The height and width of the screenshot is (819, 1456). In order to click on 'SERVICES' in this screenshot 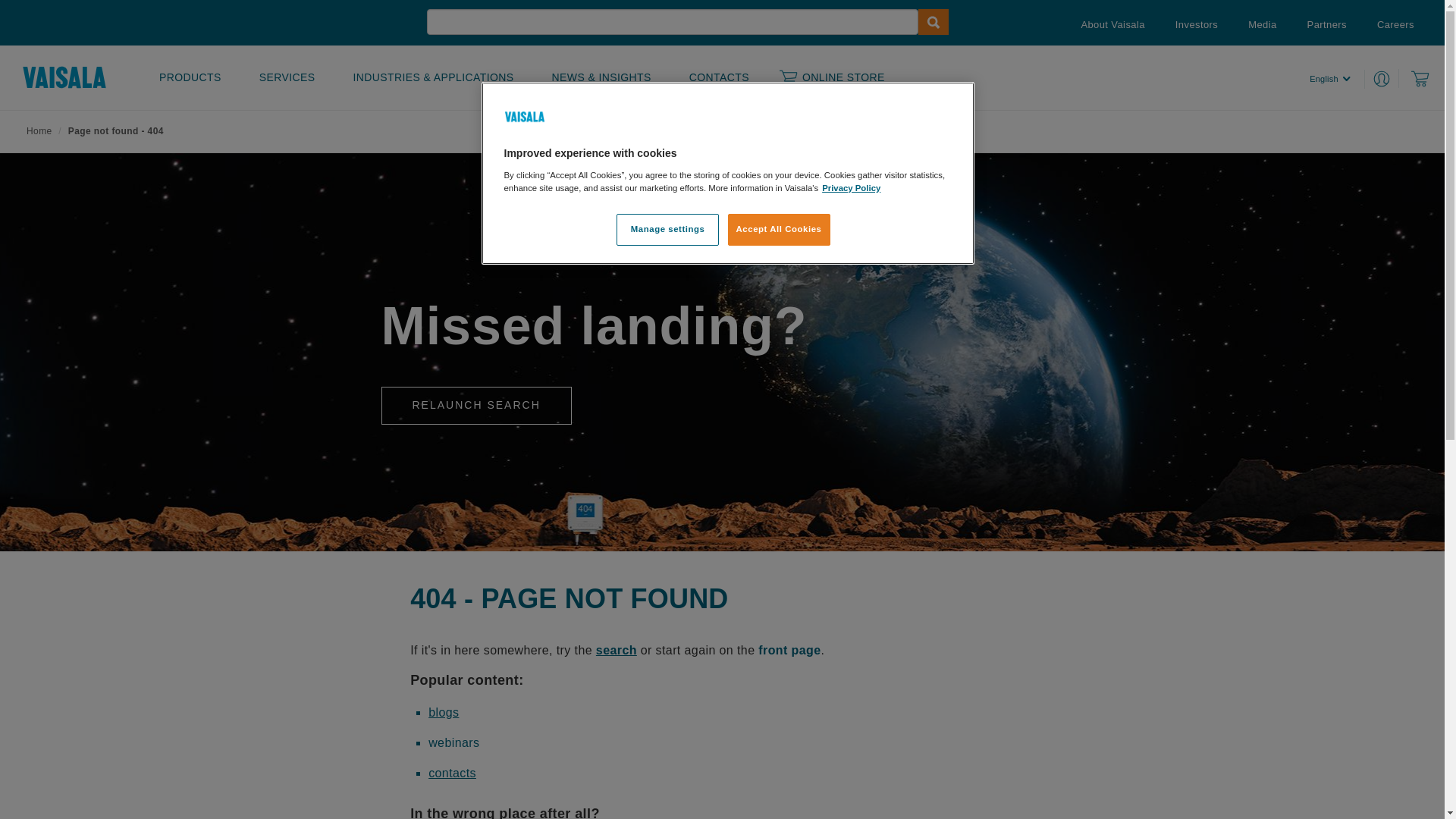, I will do `click(287, 77)`.